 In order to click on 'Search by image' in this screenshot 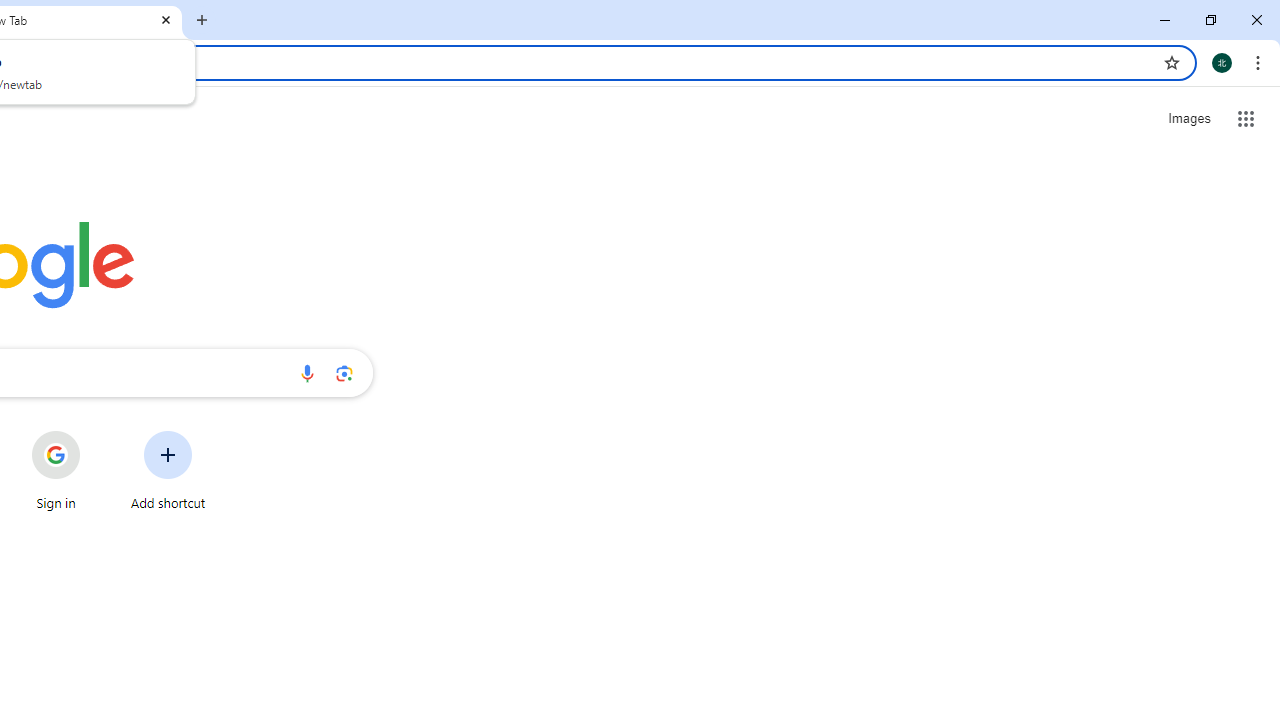, I will do `click(344, 372)`.